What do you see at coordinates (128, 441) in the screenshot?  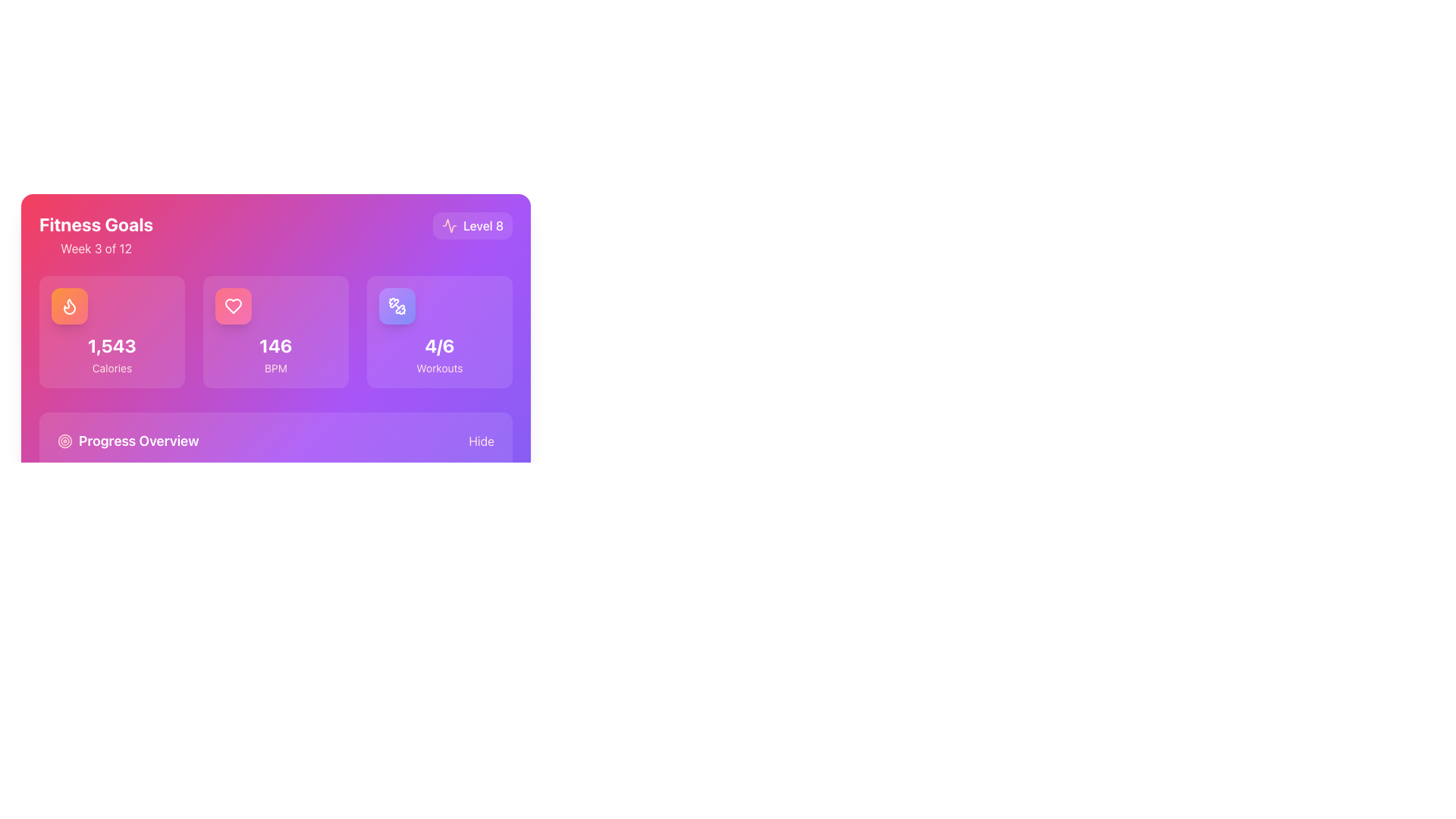 I see `the 'Progress Overview' label with decorative icon, which features a bold white font and a circular icon on a pinkish-purple background, located at the bottom-left corner of the interface` at bounding box center [128, 441].